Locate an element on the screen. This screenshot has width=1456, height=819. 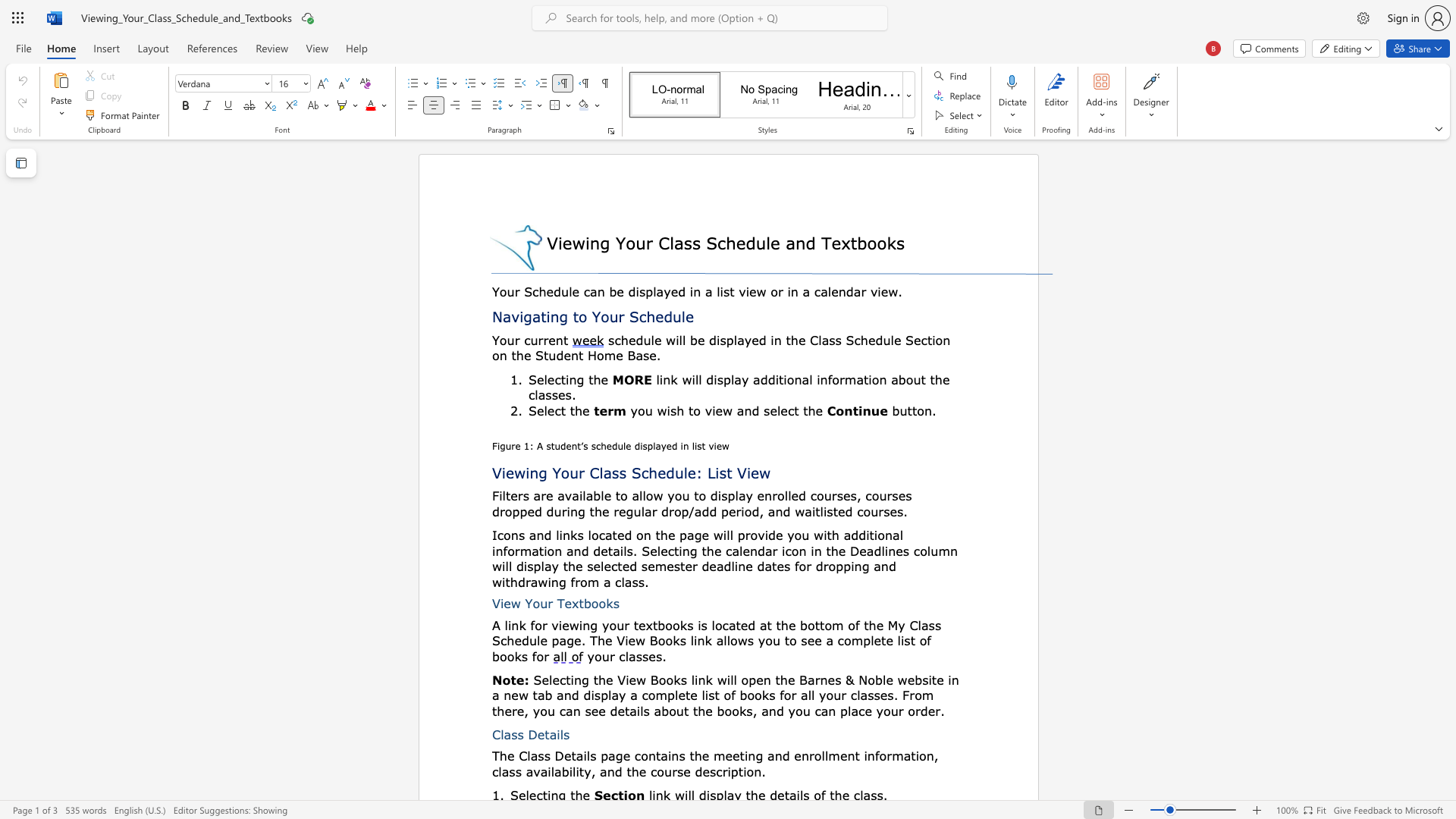
the subset text "mation abou" within the text "information about the classes." is located at coordinates (843, 378).